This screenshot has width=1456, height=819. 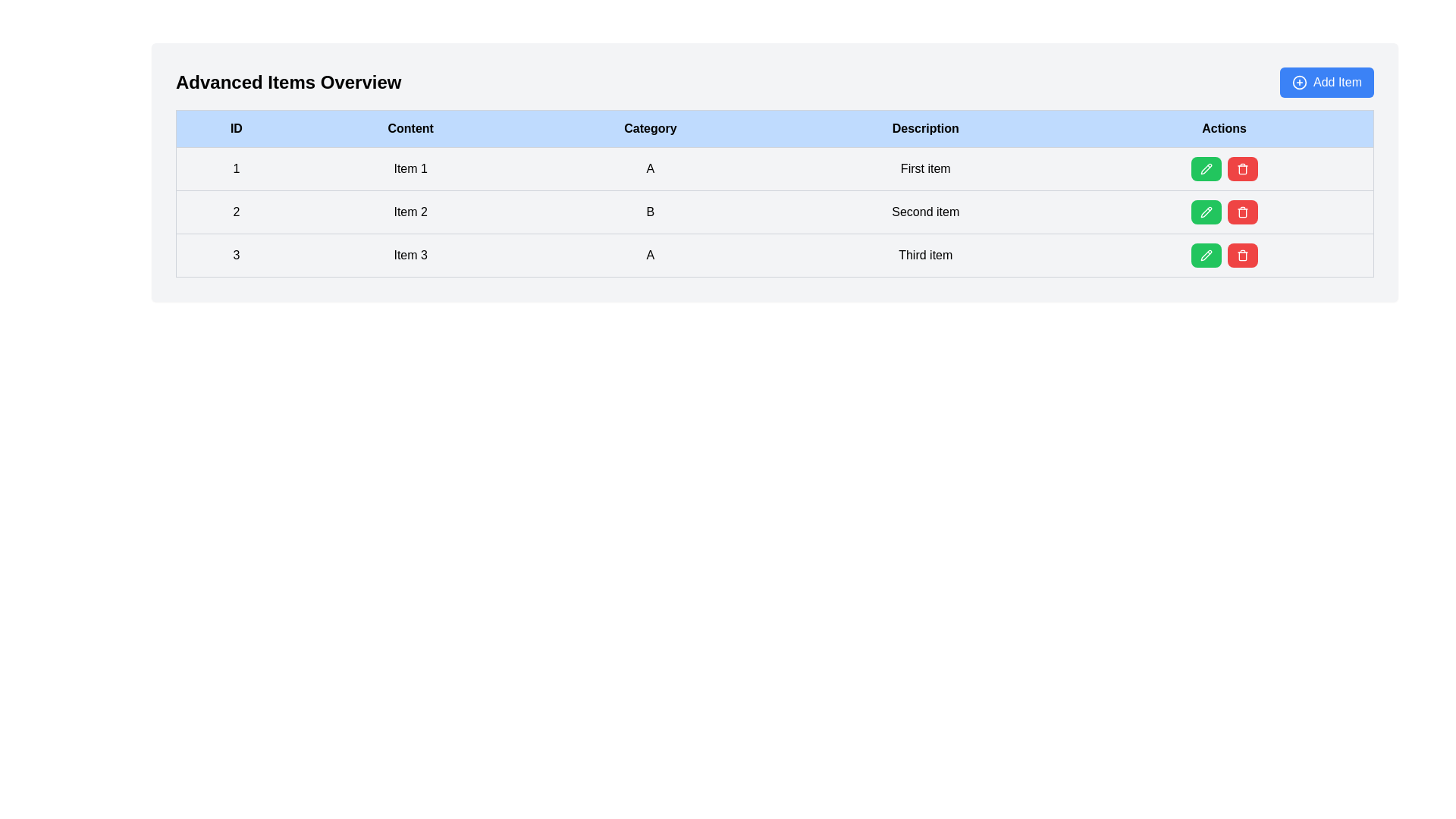 I want to click on the delete button located in the 'Actions' column of the third row in the table, so click(x=1242, y=254).